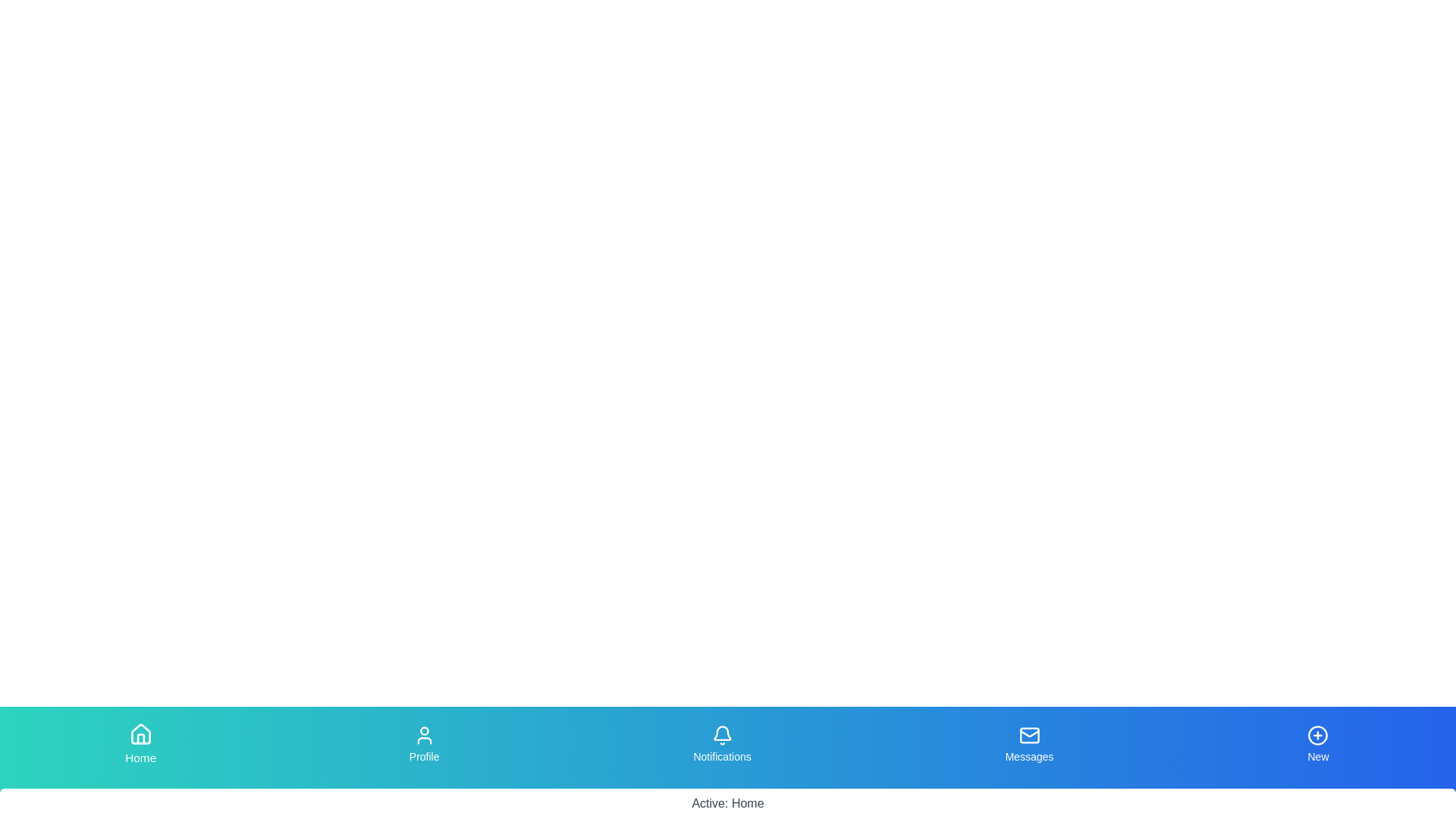 The image size is (1456, 819). Describe the element at coordinates (1316, 744) in the screenshot. I see `the tab labeled New` at that location.